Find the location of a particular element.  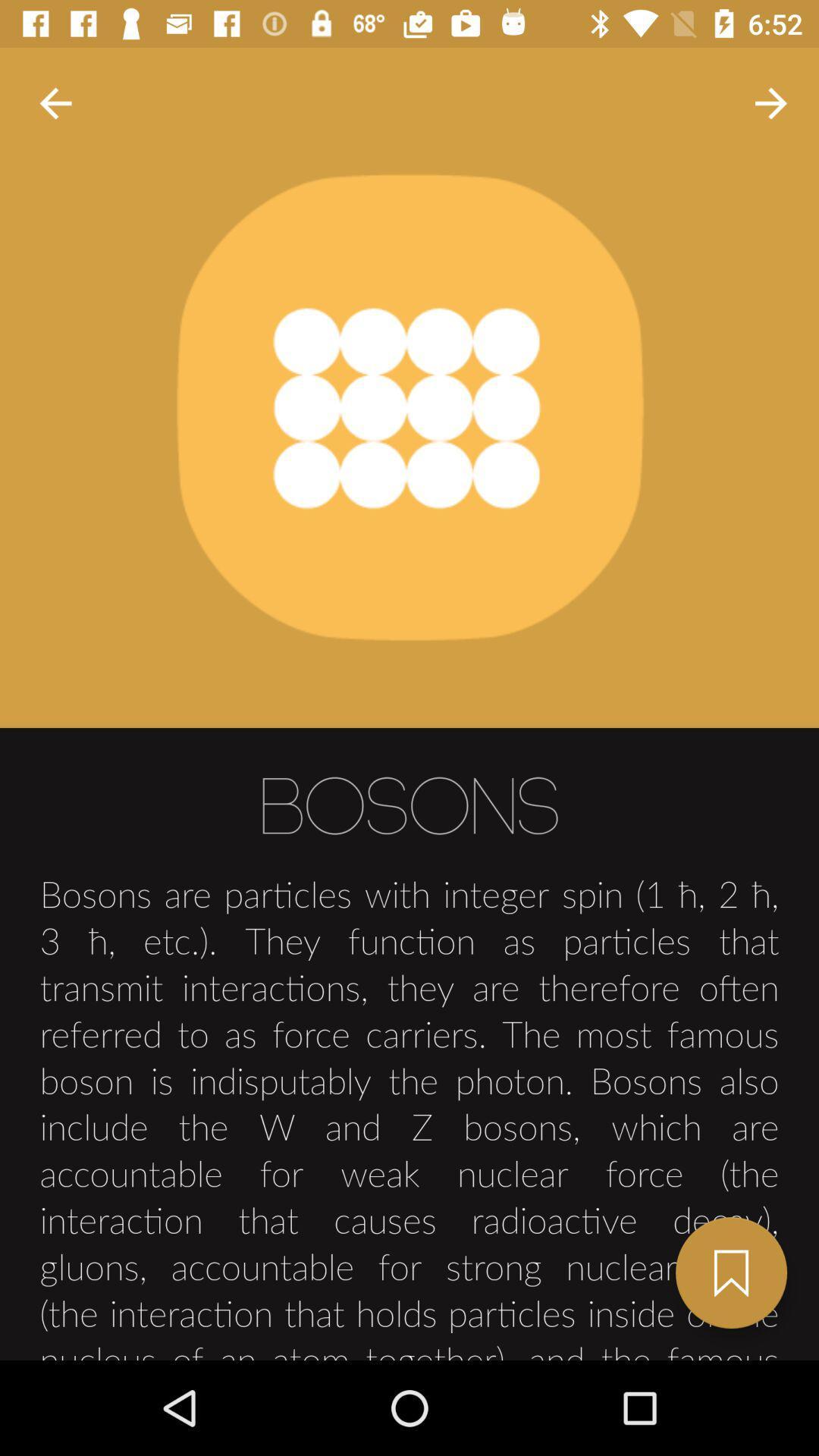

the bookmark icon is located at coordinates (730, 1272).